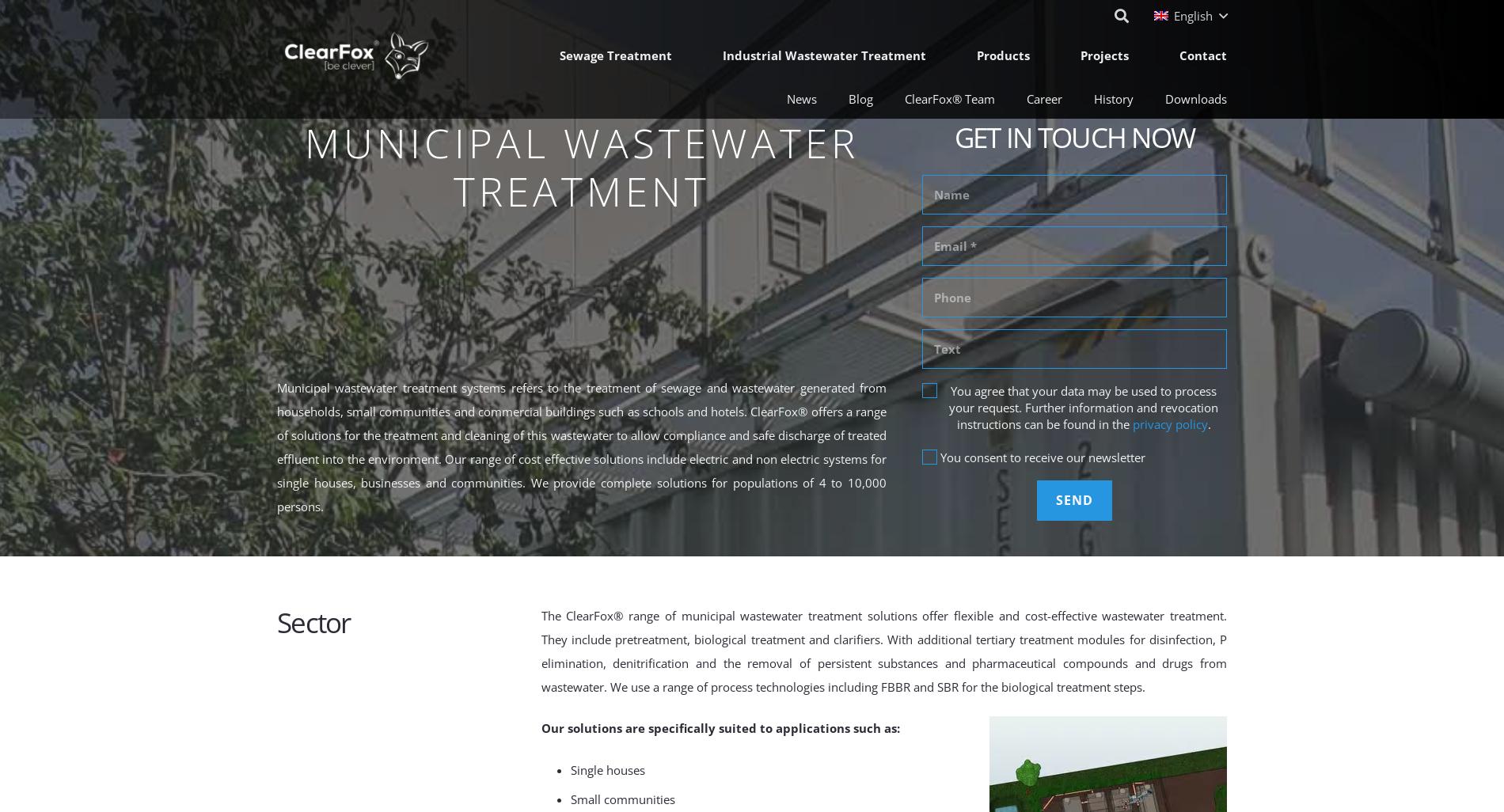 The width and height of the screenshot is (1504, 812). I want to click on 'English', so click(1193, 16).